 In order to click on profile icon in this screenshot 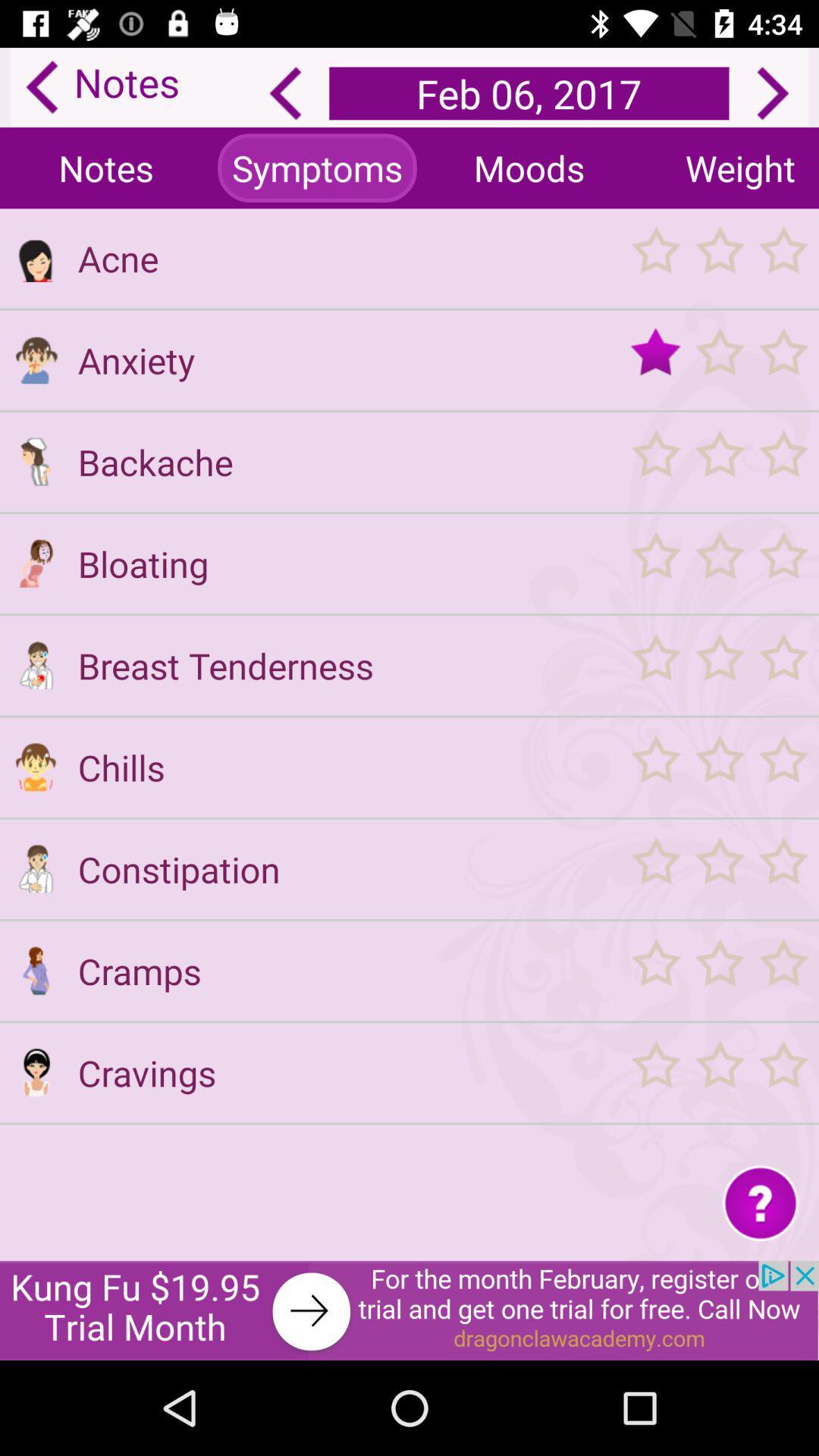, I will do `click(35, 869)`.